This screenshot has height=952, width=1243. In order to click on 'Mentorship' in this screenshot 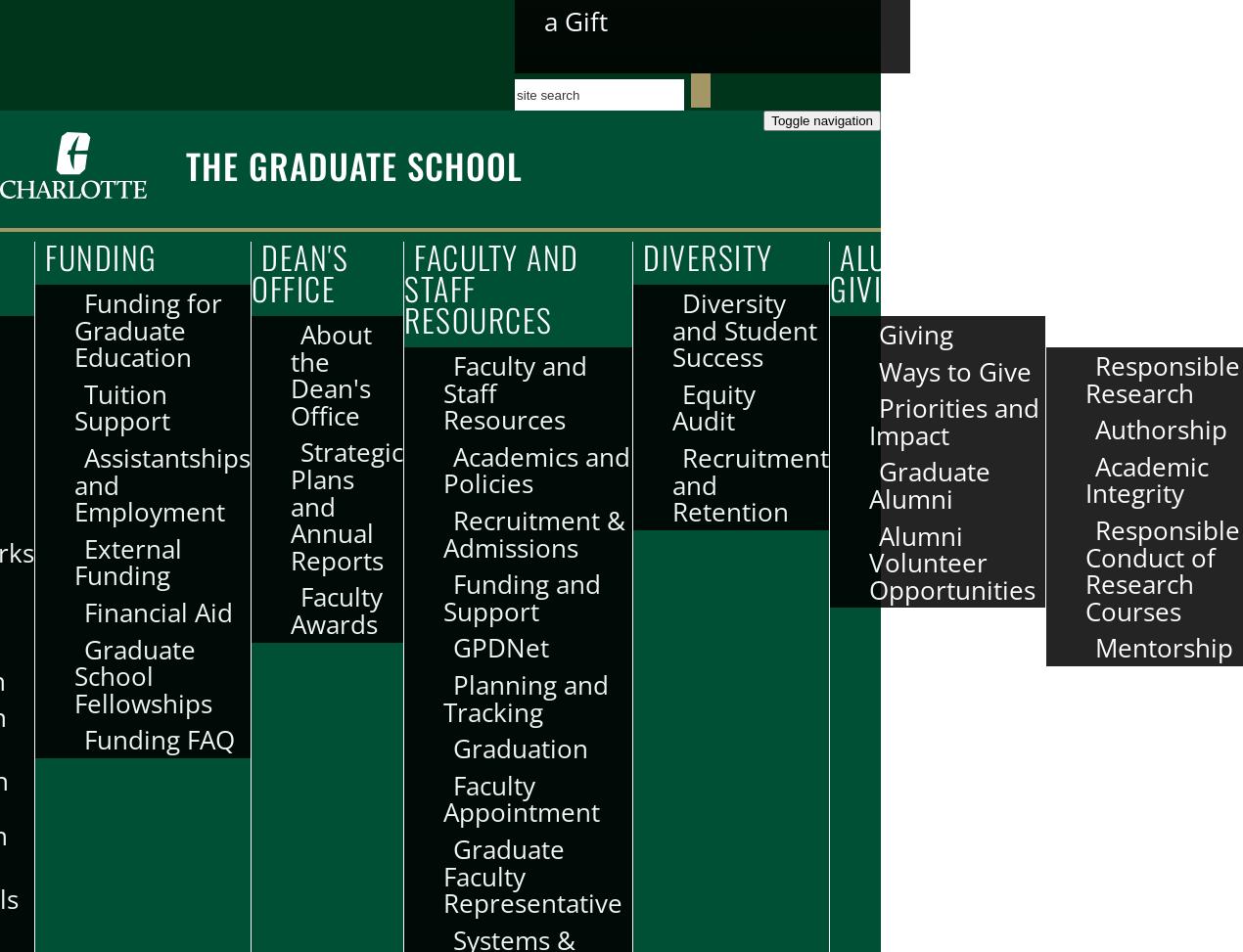, I will do `click(1163, 647)`.